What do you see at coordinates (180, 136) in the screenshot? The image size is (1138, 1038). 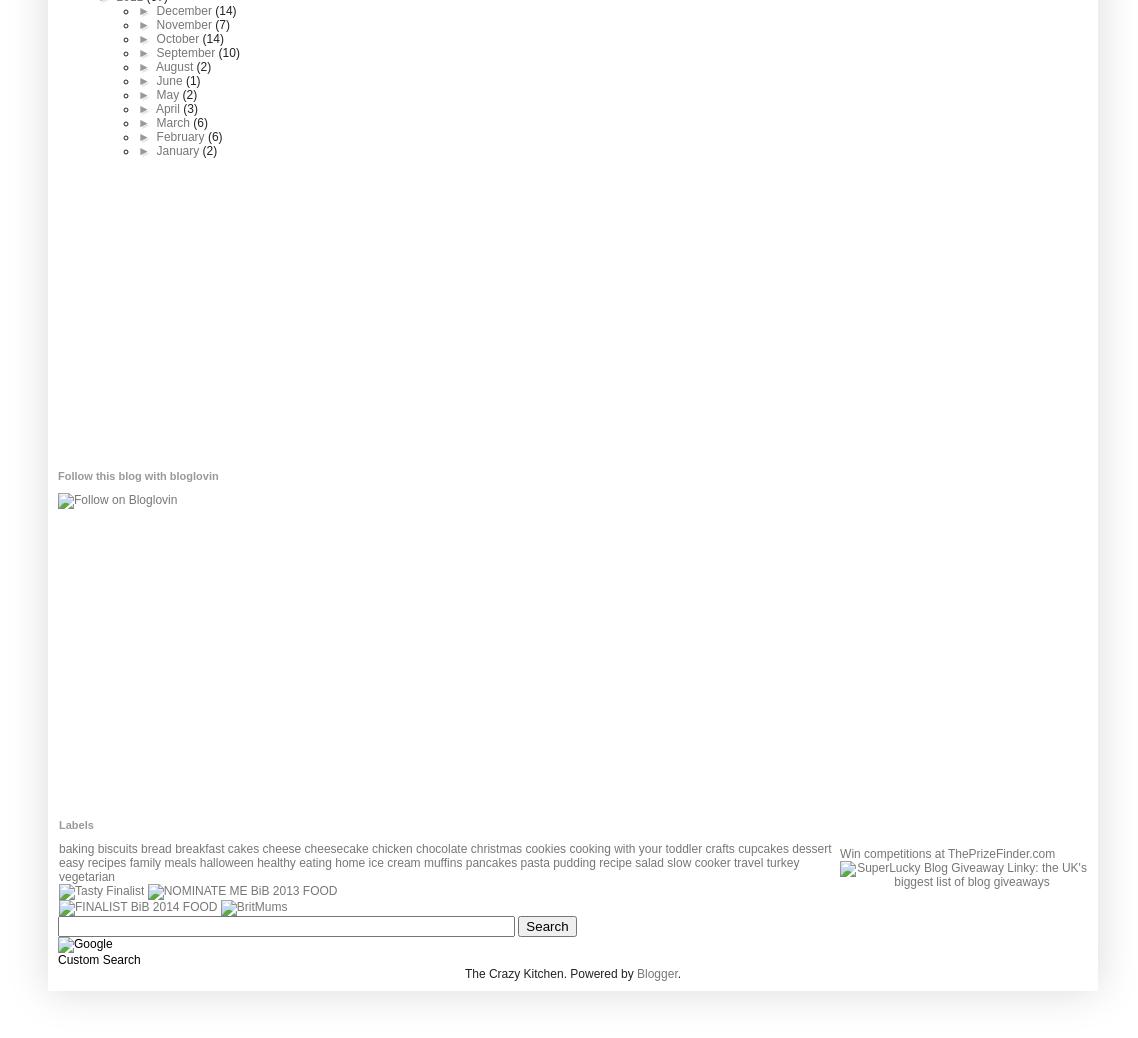 I see `'February'` at bounding box center [180, 136].